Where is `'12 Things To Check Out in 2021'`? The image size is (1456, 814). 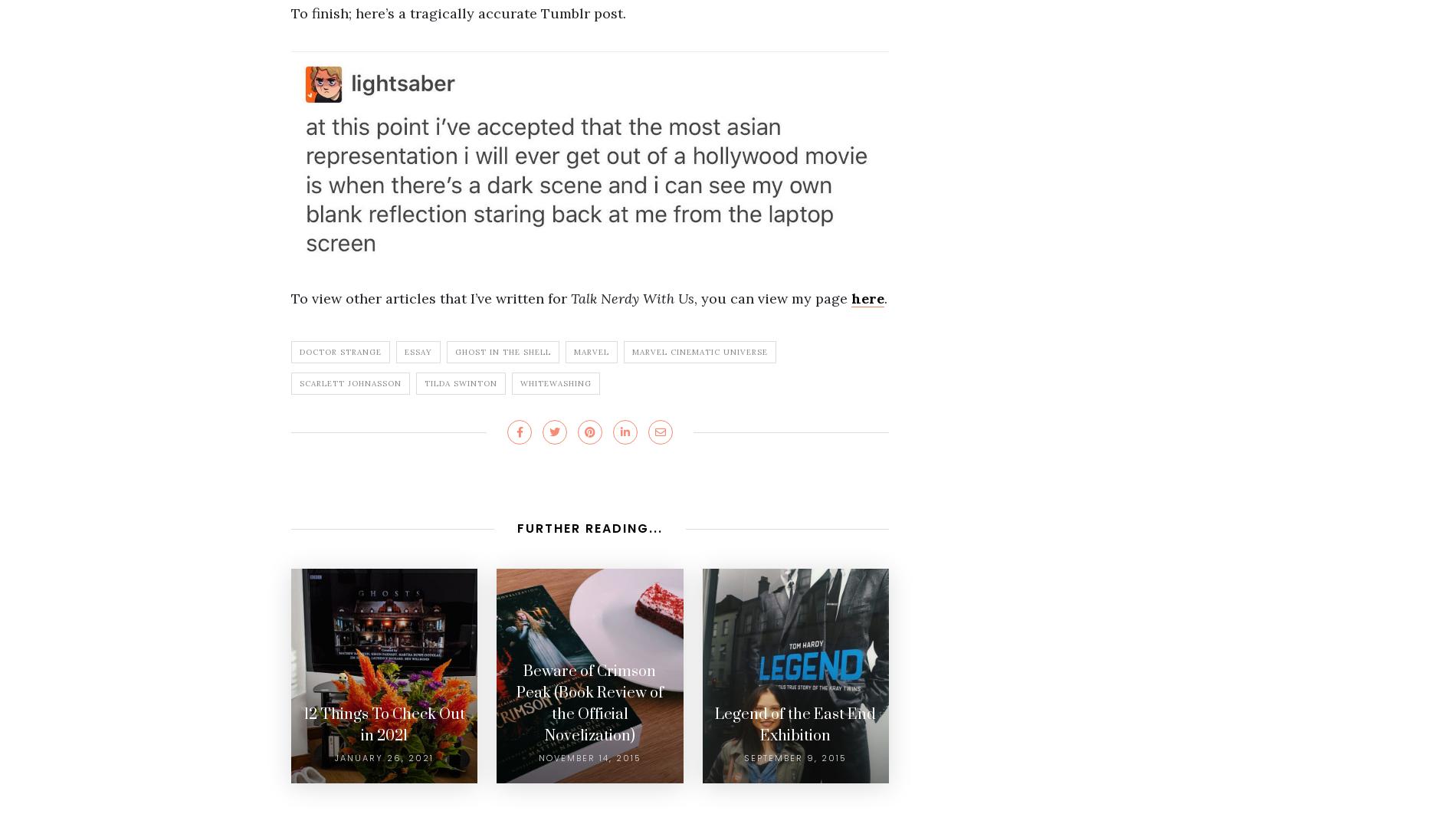 '12 Things To Check Out in 2021' is located at coordinates (384, 724).